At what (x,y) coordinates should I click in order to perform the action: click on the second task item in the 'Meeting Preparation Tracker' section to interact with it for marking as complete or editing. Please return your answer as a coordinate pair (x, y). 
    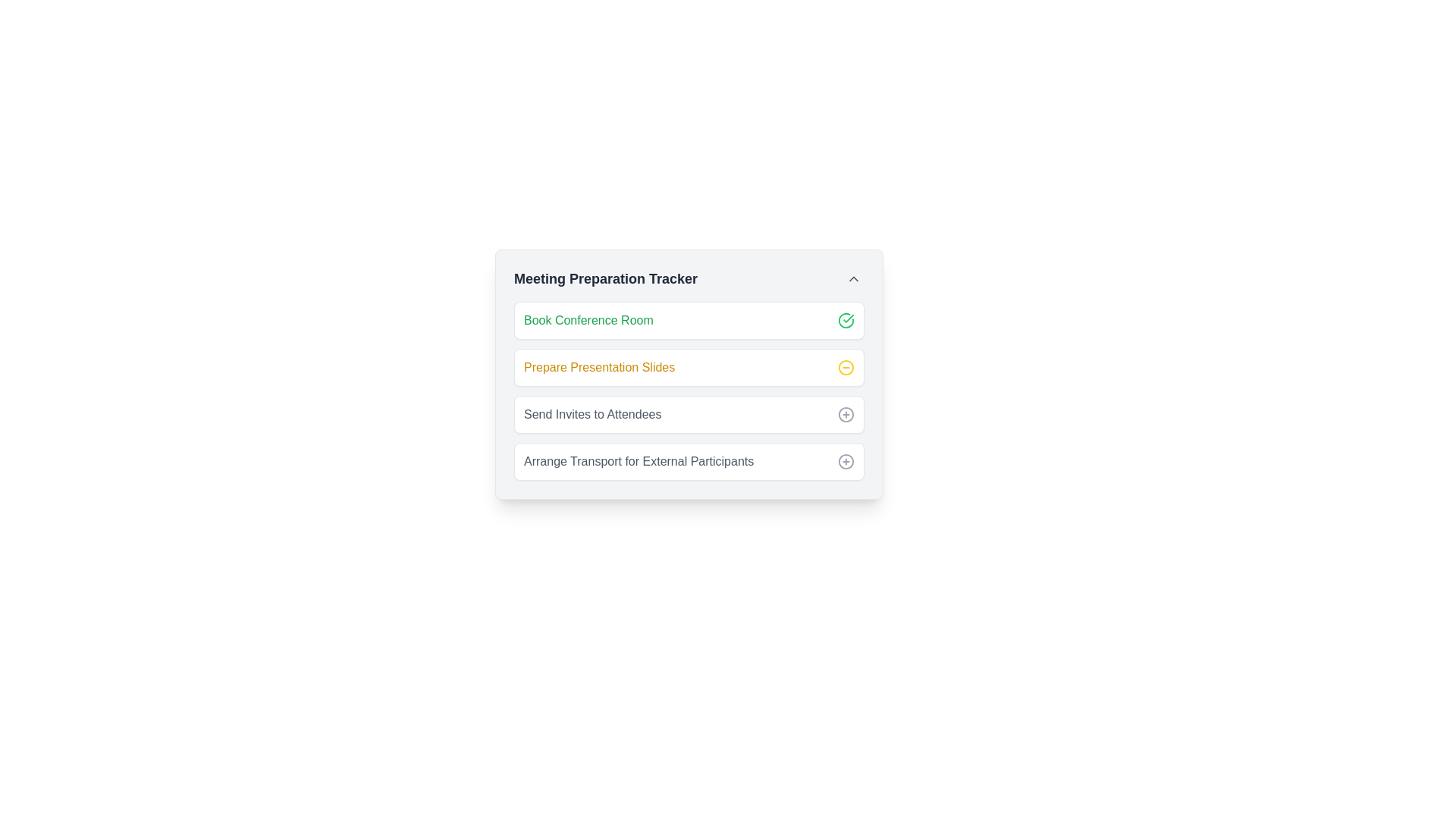
    Looking at the image, I should click on (688, 391).